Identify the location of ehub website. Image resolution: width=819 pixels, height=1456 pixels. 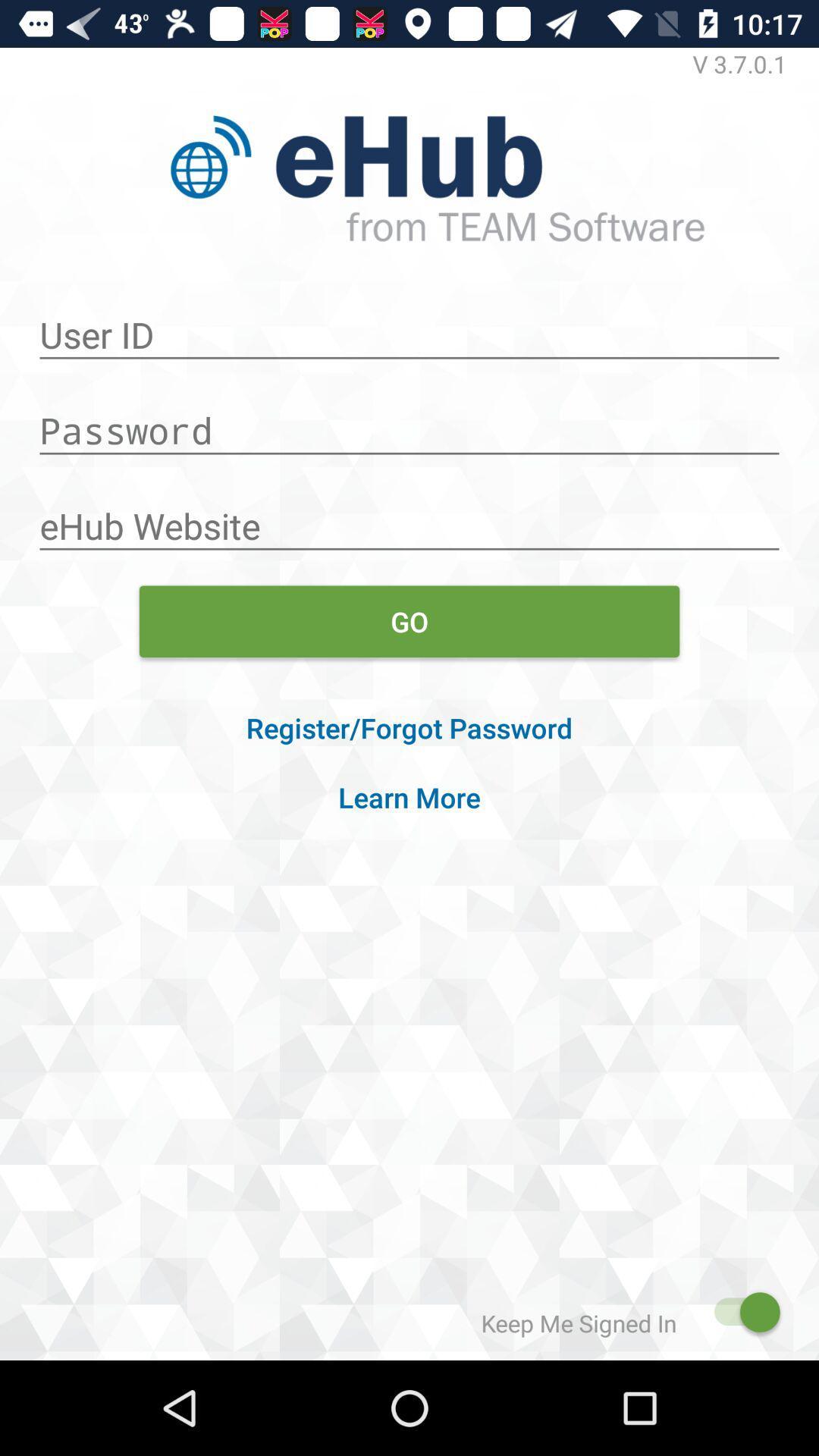
(409, 518).